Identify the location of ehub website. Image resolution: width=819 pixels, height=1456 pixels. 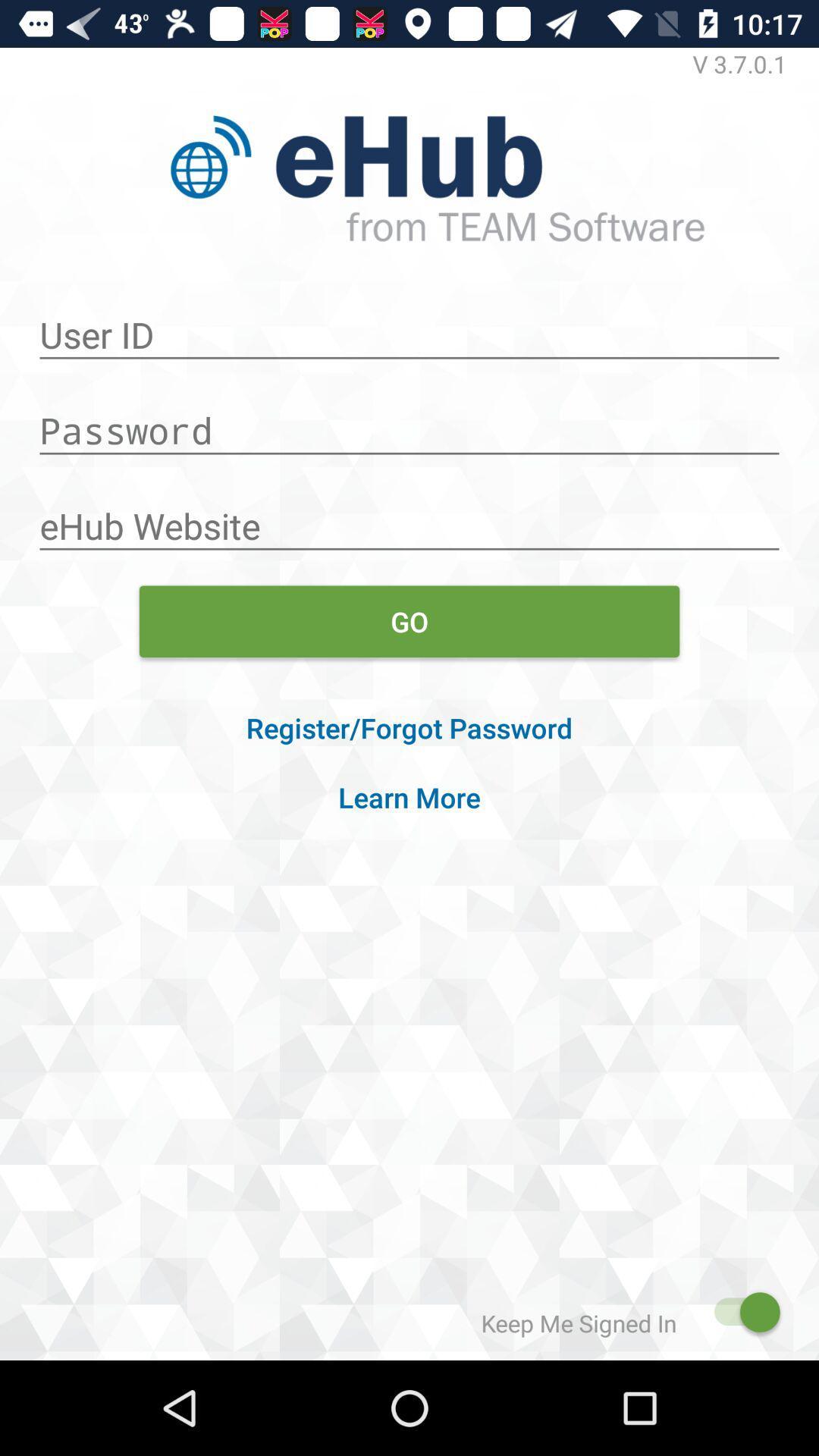
(409, 518).